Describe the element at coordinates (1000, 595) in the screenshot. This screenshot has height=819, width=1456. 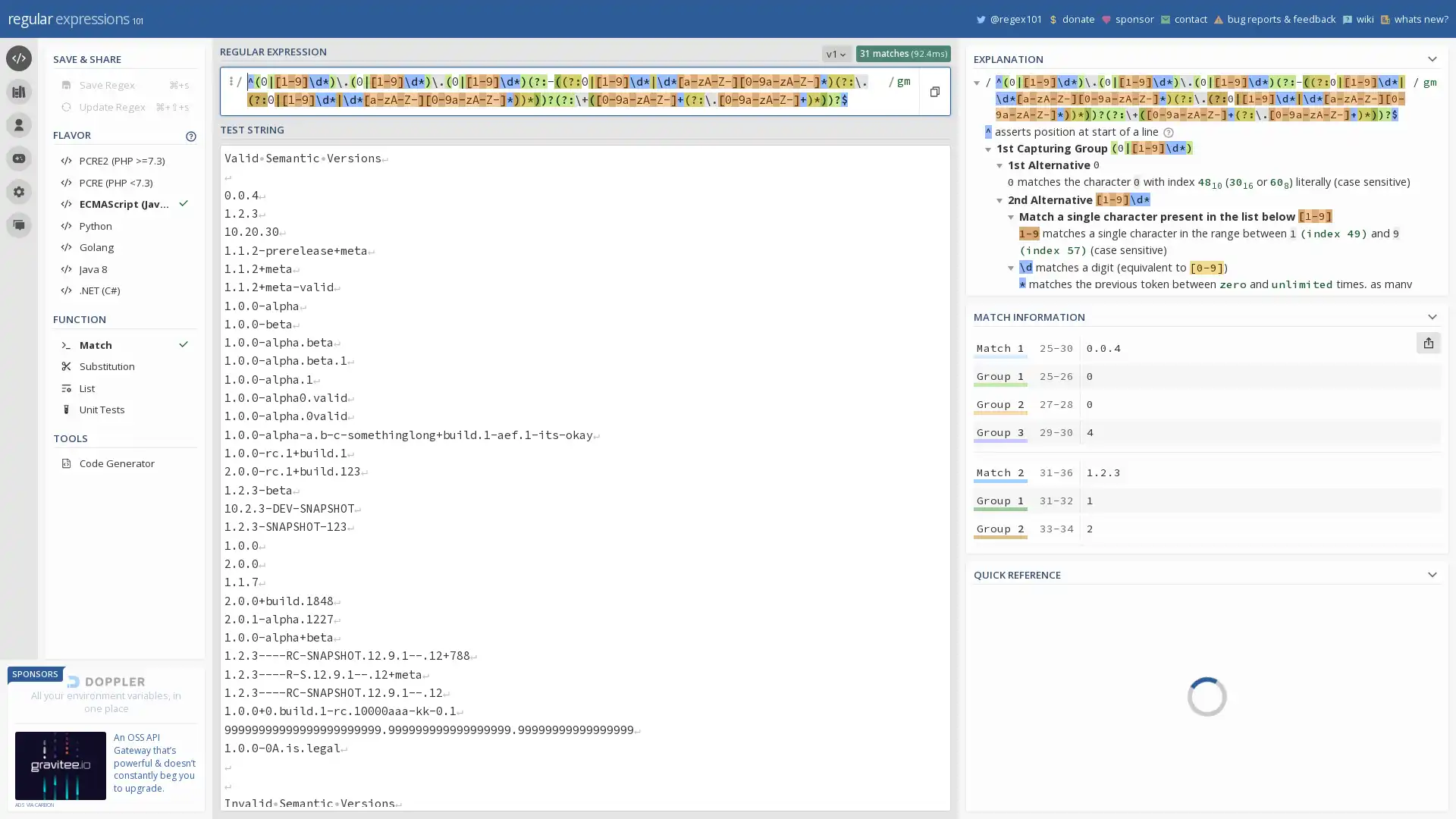
I see `Match 3` at that location.